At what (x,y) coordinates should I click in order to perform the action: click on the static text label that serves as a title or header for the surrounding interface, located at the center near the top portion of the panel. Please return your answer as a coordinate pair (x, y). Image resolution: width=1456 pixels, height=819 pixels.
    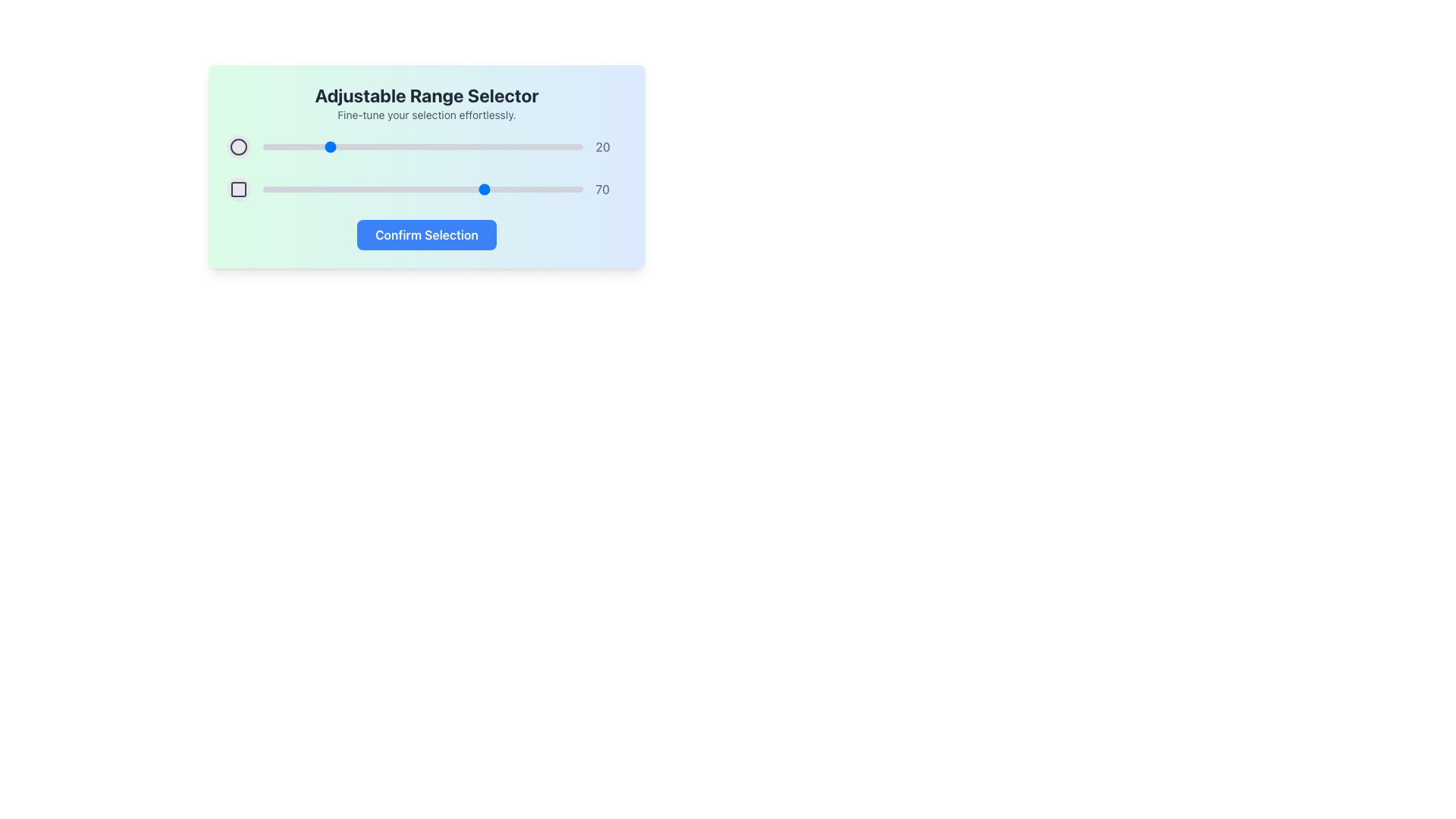
    Looking at the image, I should click on (425, 96).